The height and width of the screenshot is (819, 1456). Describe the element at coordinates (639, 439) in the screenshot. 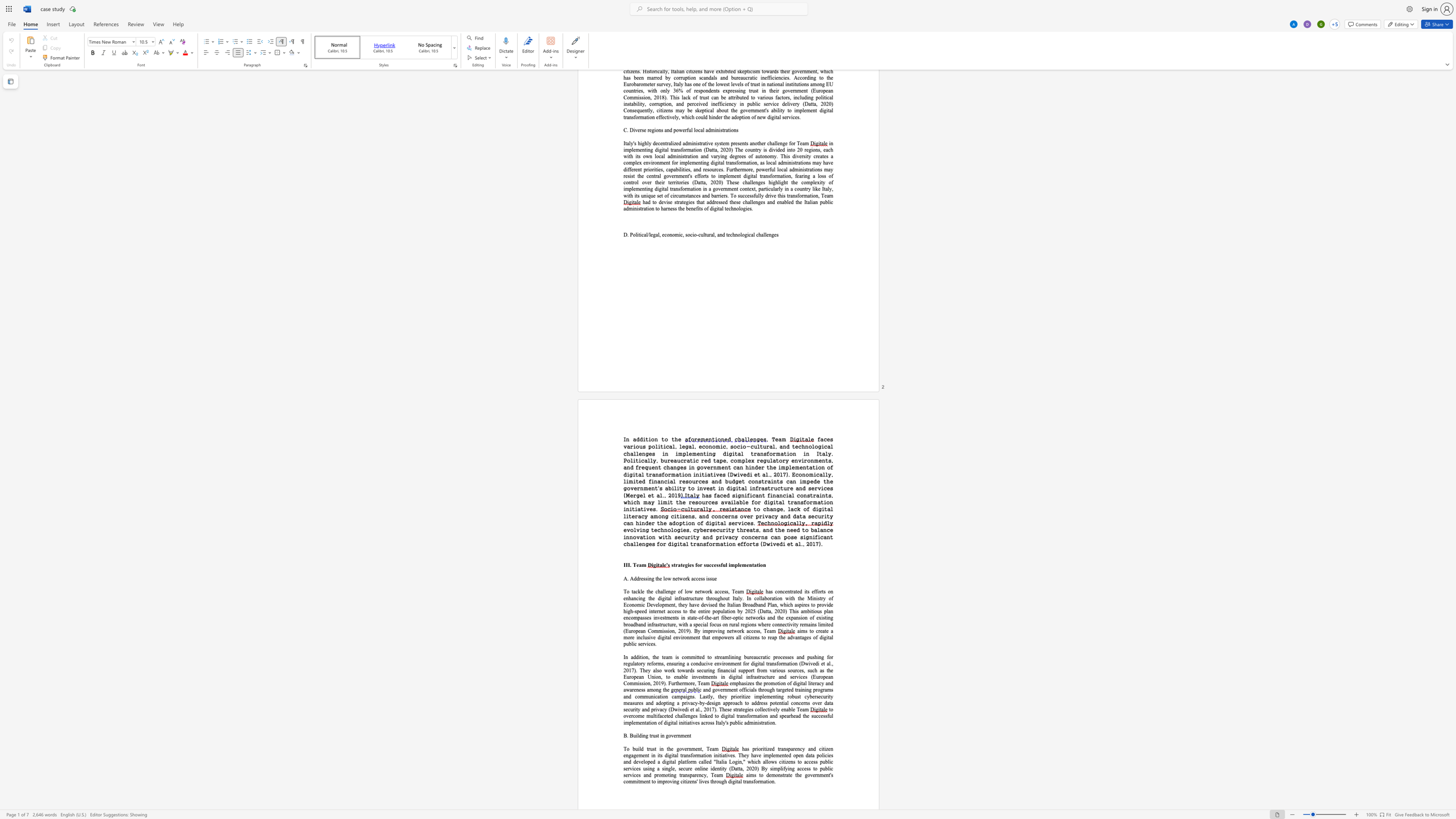

I see `the space between the continuous character "d" and "d" in the text` at that location.